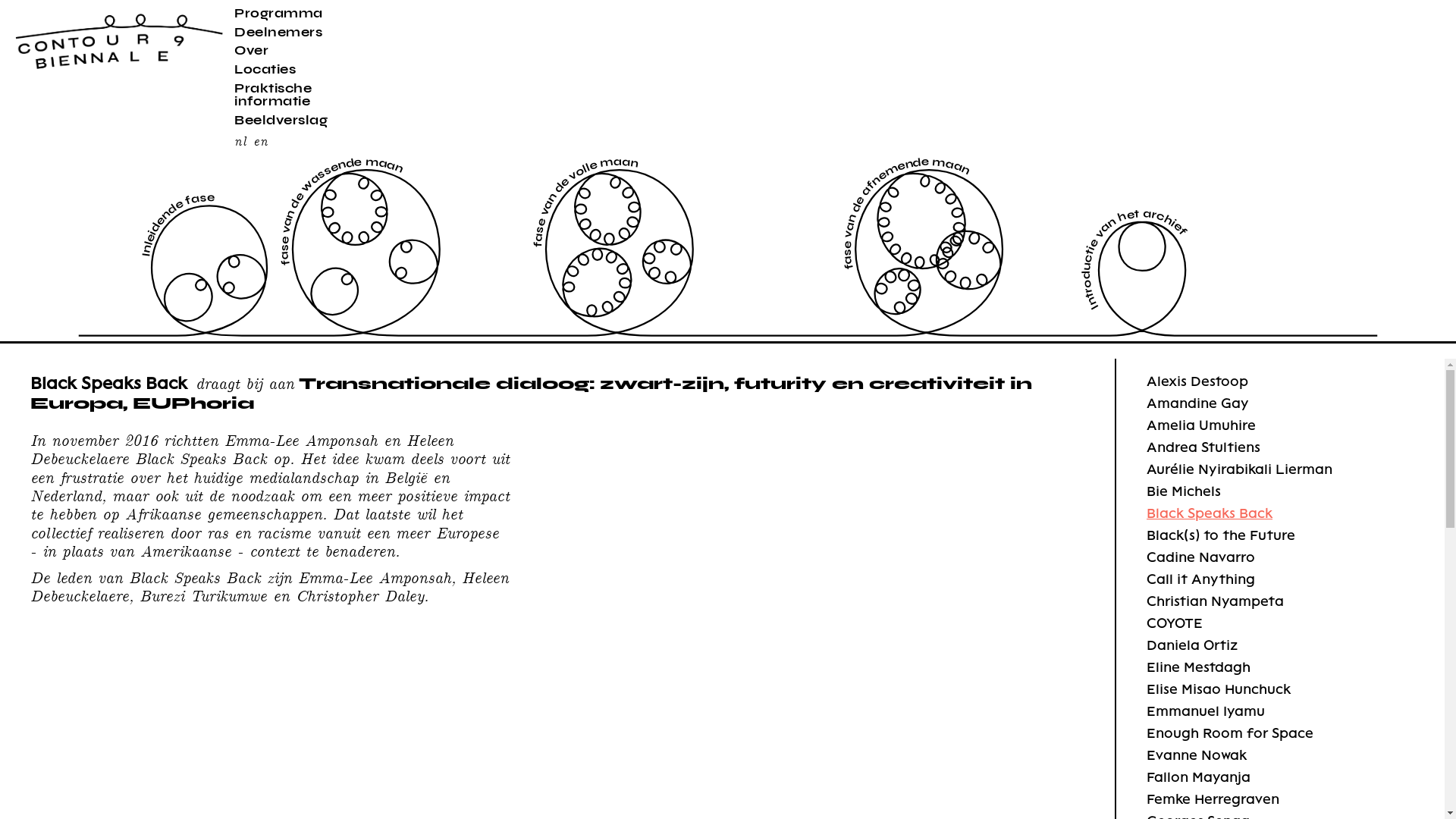 This screenshot has width=1456, height=819. What do you see at coordinates (1208, 512) in the screenshot?
I see `'Black Speaks Back'` at bounding box center [1208, 512].